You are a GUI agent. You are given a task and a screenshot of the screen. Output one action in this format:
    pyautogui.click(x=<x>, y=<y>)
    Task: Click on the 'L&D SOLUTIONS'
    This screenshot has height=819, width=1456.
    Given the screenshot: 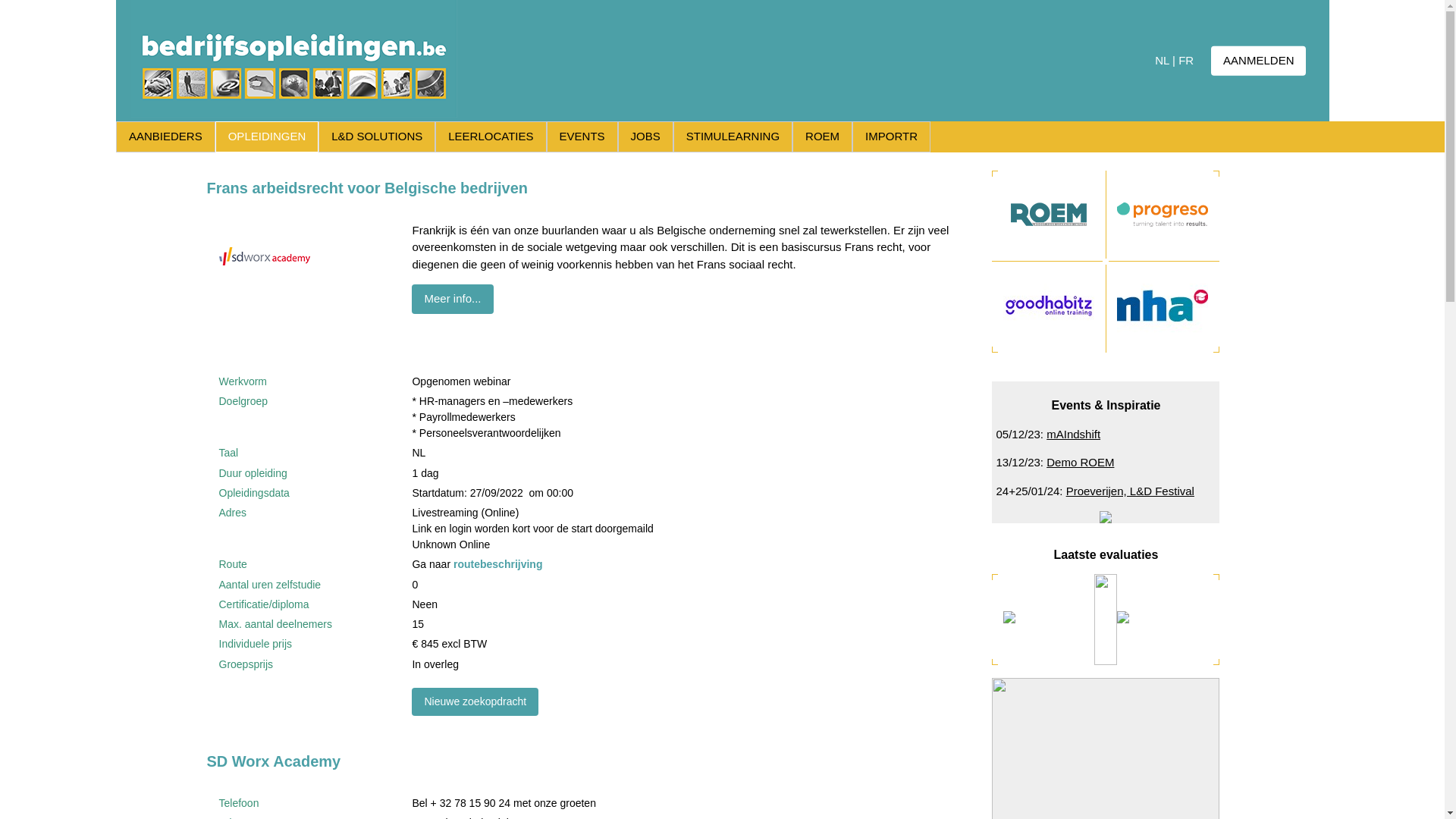 What is the action you would take?
    pyautogui.click(x=377, y=136)
    